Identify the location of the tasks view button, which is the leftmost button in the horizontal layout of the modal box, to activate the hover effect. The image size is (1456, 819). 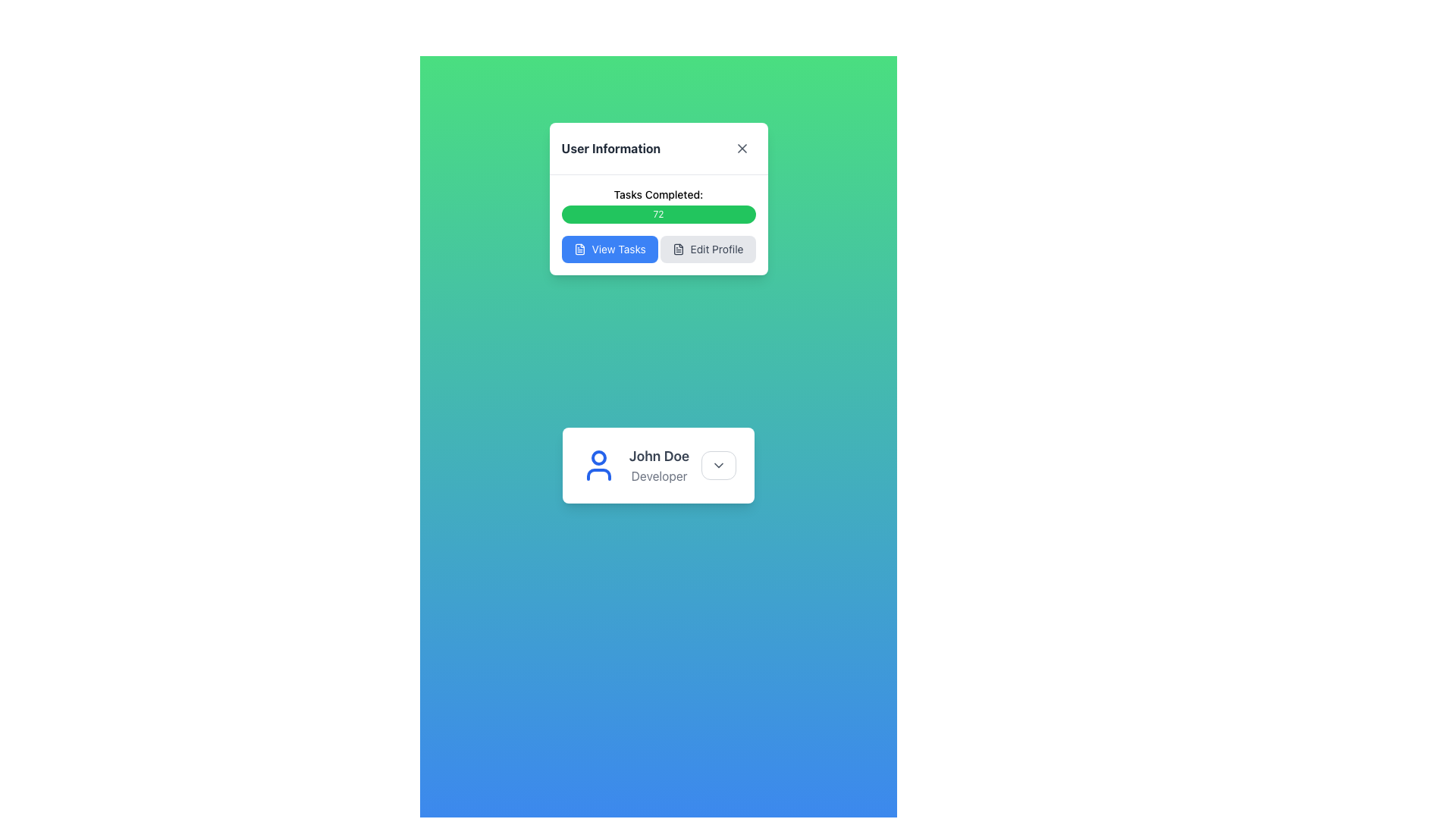
(610, 248).